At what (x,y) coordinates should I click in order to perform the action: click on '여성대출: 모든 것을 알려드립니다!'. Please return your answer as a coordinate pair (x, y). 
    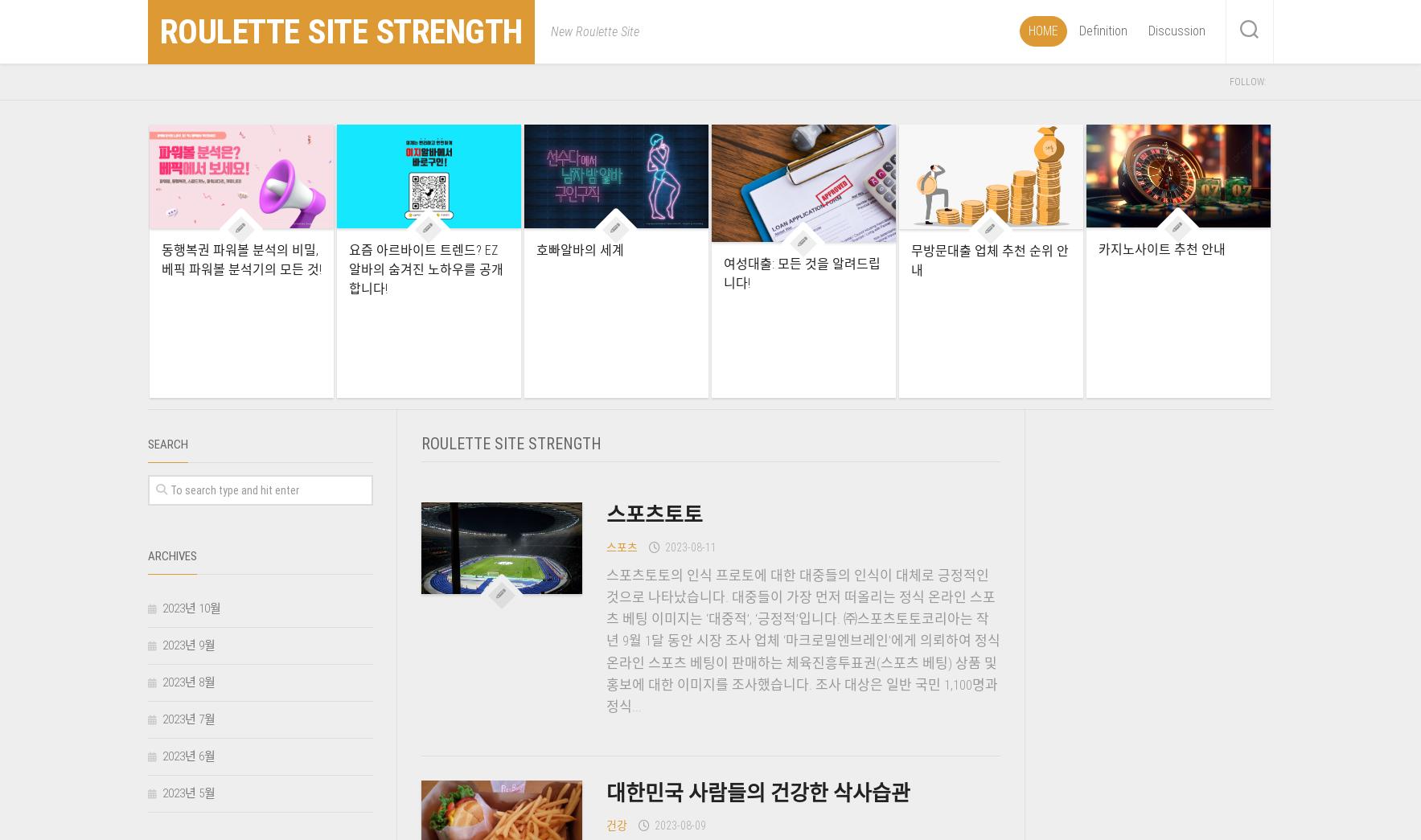
    Looking at the image, I should click on (723, 272).